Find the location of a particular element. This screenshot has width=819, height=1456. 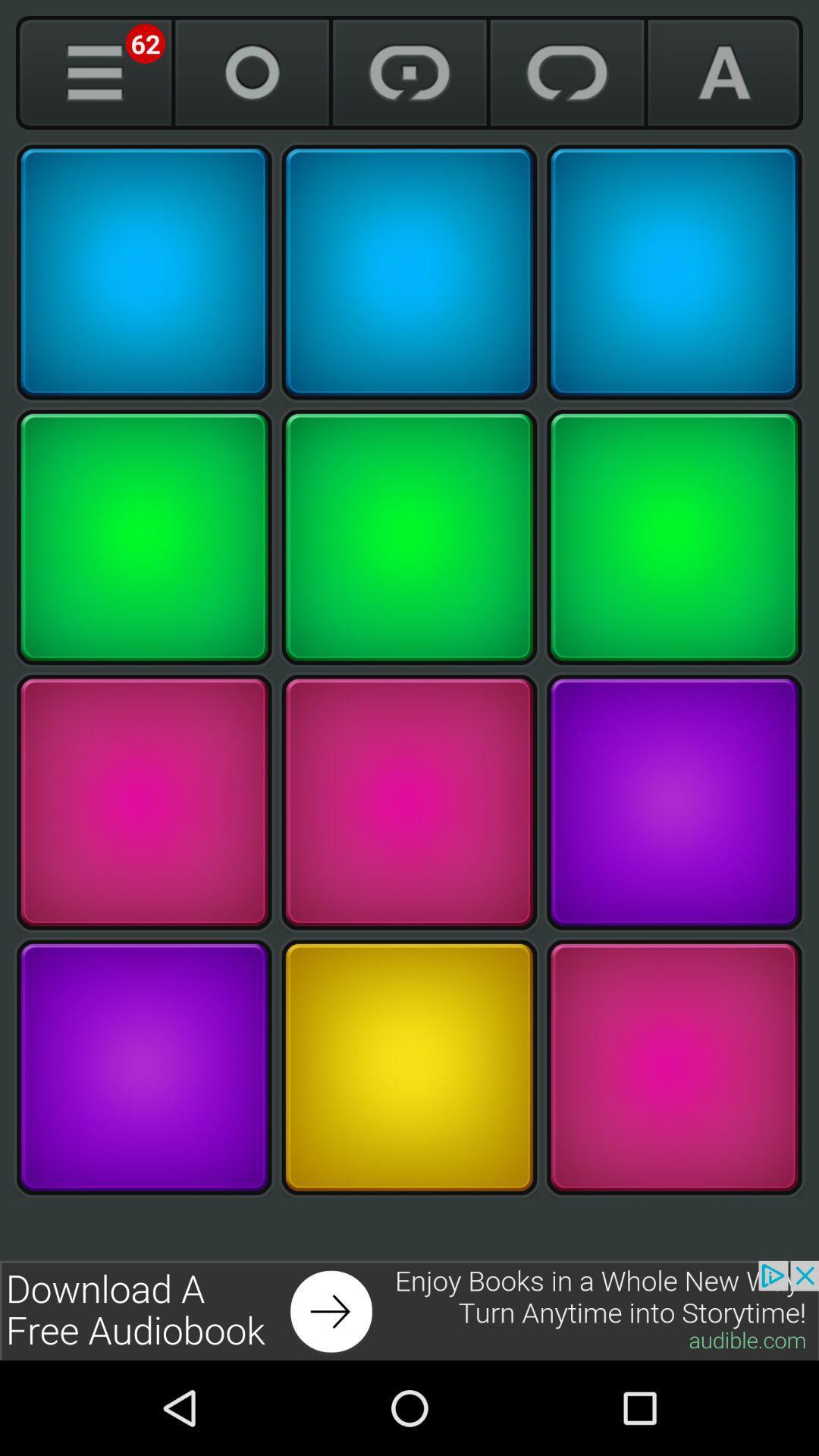

discover this beat is located at coordinates (409, 272).